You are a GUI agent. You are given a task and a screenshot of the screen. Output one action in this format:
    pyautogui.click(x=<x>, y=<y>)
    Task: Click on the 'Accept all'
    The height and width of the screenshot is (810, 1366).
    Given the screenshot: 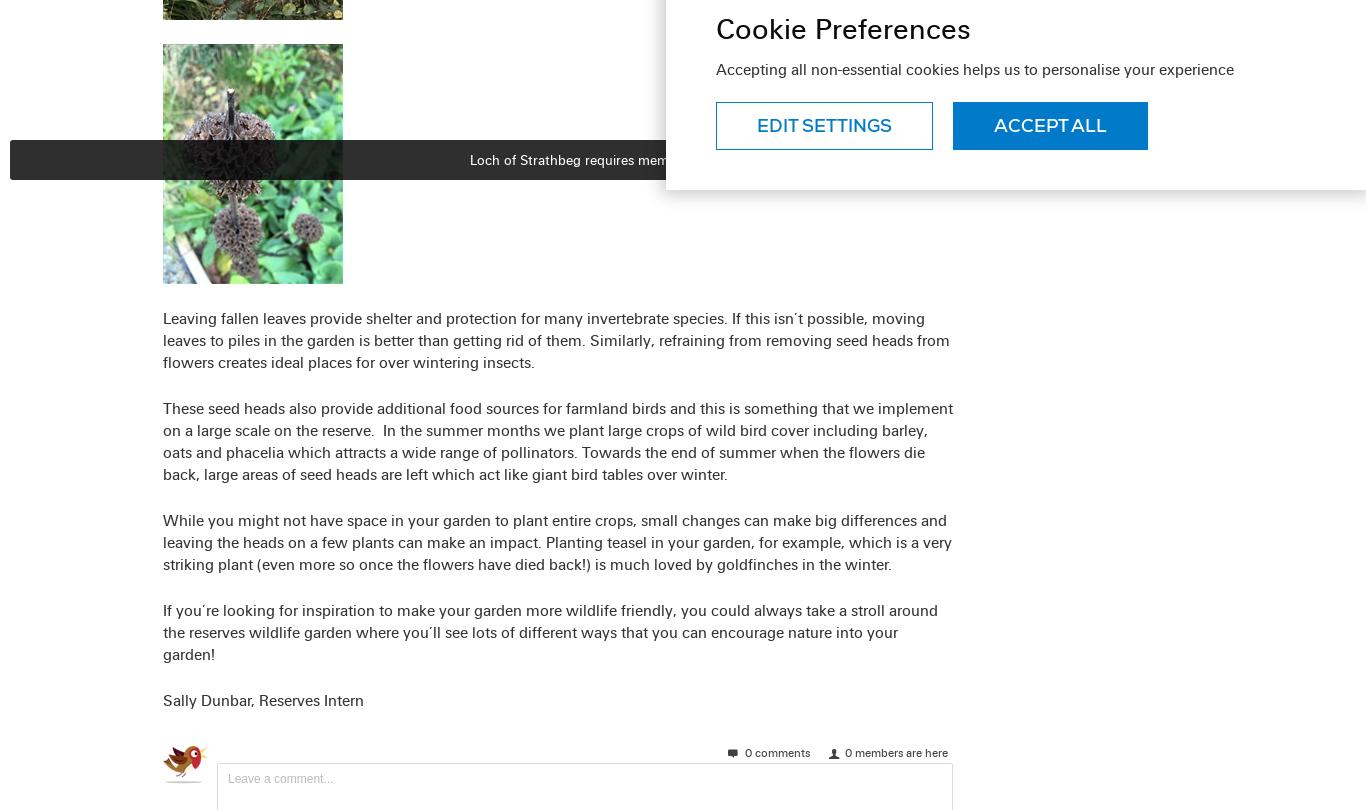 What is the action you would take?
    pyautogui.click(x=1049, y=126)
    